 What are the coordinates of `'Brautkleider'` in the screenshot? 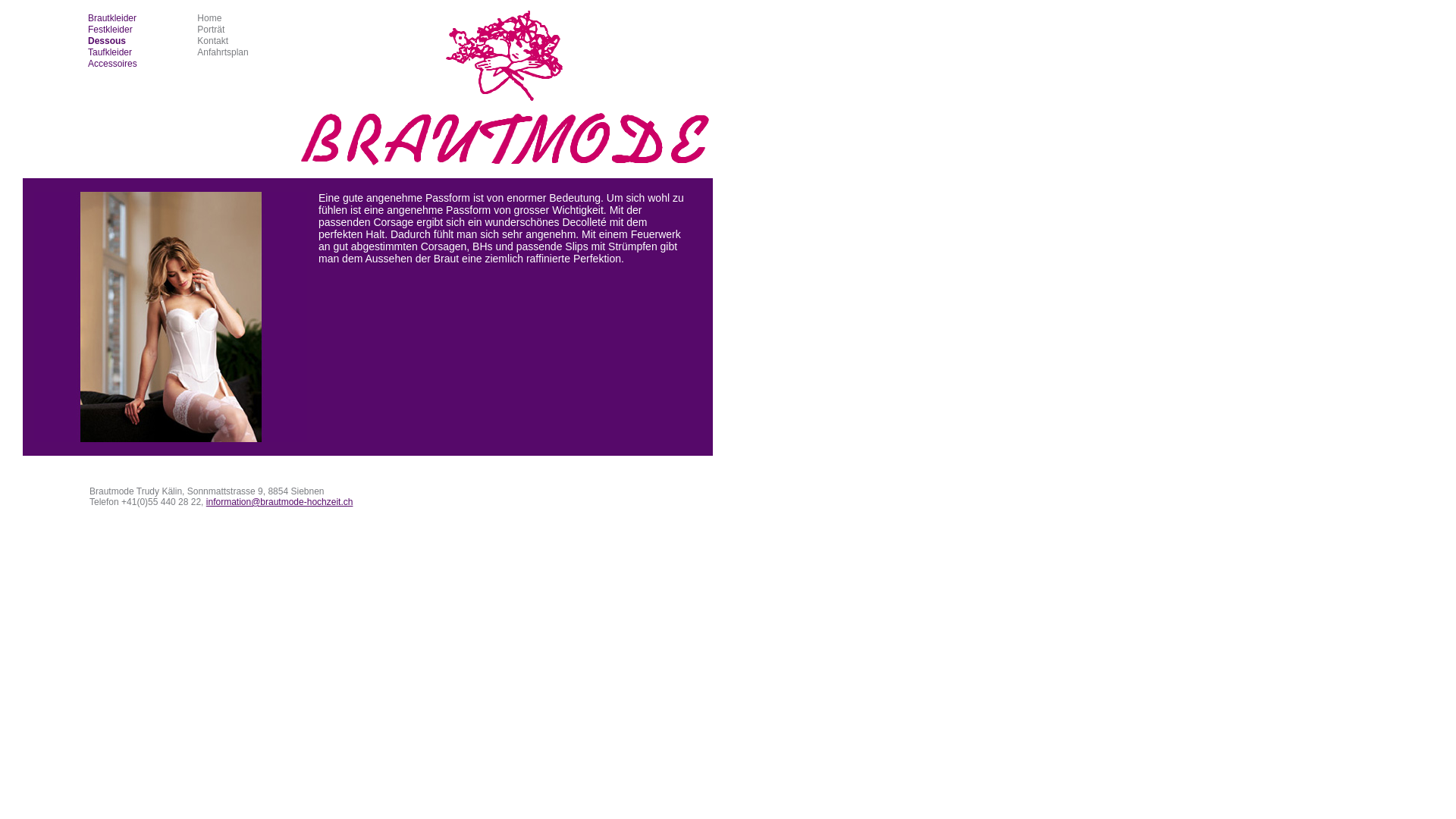 It's located at (111, 17).